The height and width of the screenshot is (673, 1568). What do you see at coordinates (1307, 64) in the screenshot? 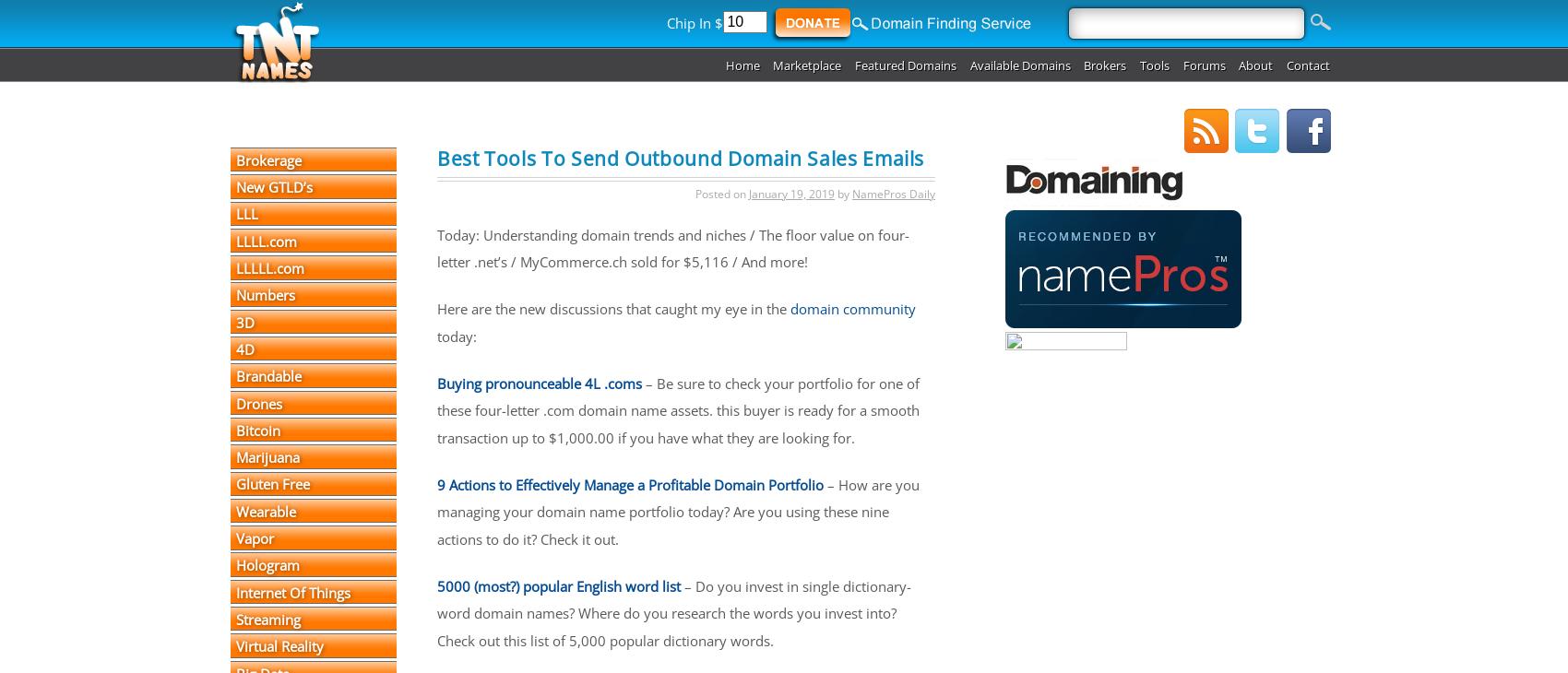
I see `'Contact'` at bounding box center [1307, 64].